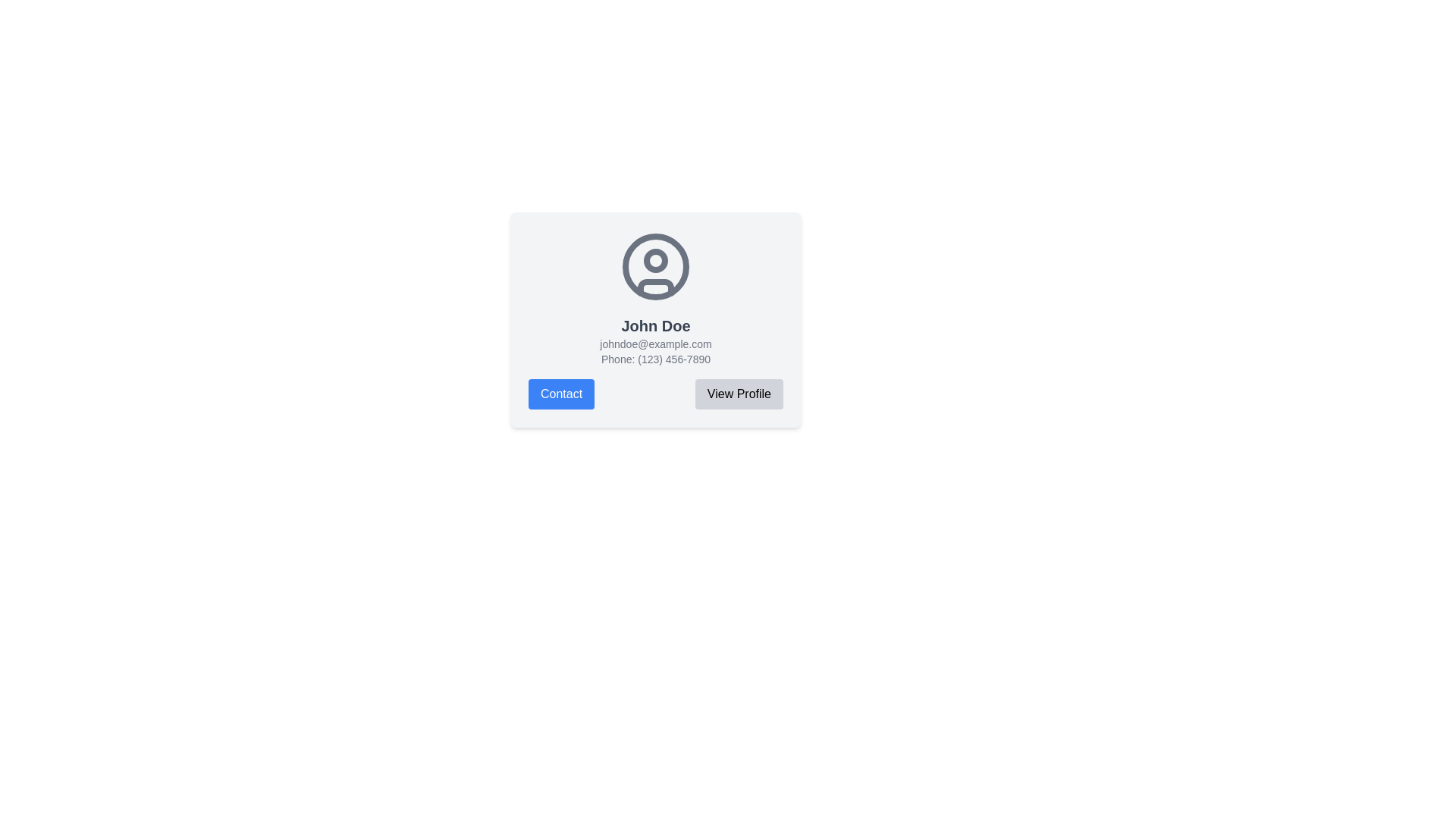 Image resolution: width=1456 pixels, height=819 pixels. I want to click on the text element displaying 'johndoe@example.com', which is in a smaller gray font and positioned between the name 'John Doe' and the phone number 'Phone: (123) 456-7890', so click(655, 344).